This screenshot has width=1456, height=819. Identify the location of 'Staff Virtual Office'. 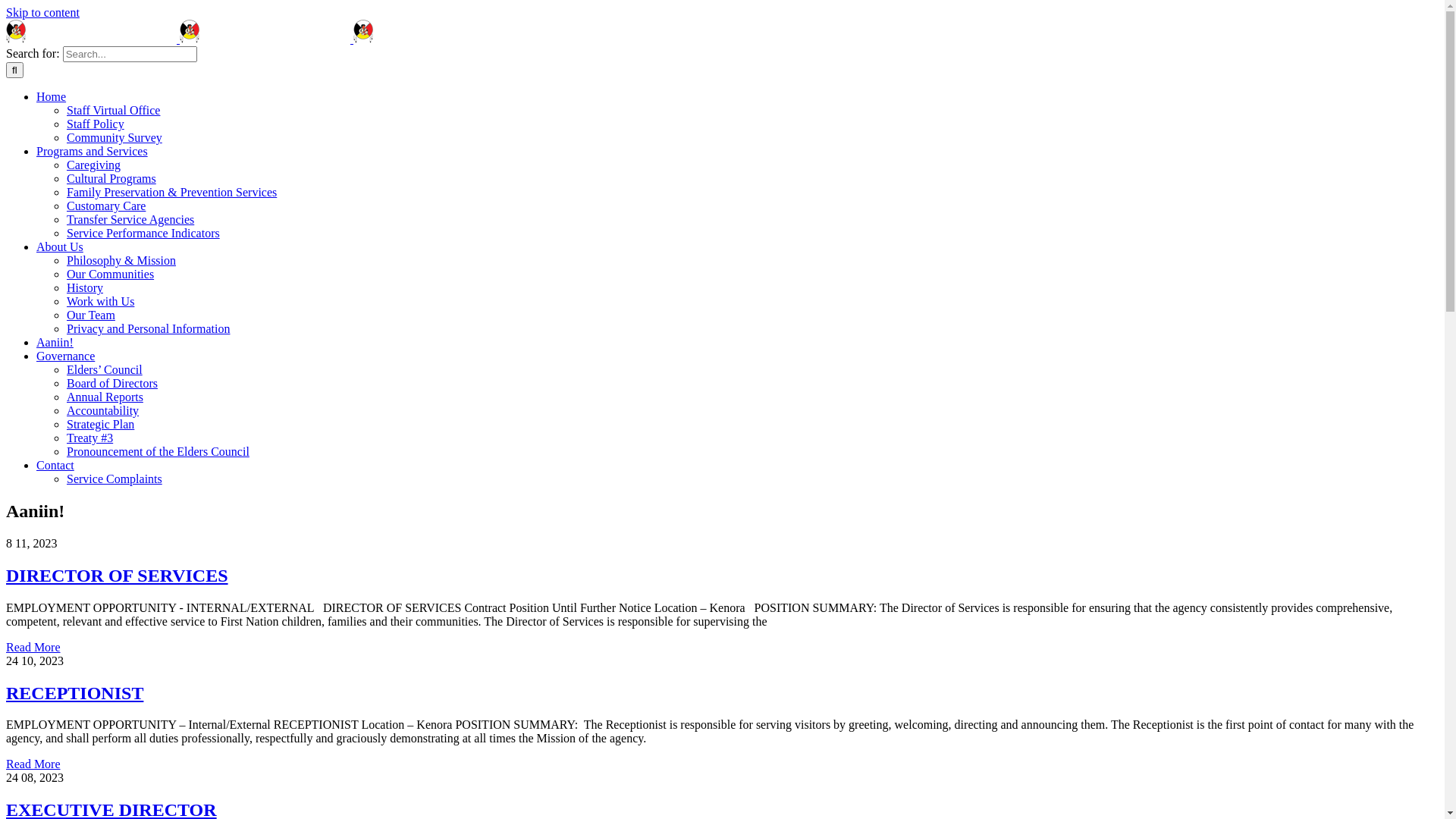
(112, 109).